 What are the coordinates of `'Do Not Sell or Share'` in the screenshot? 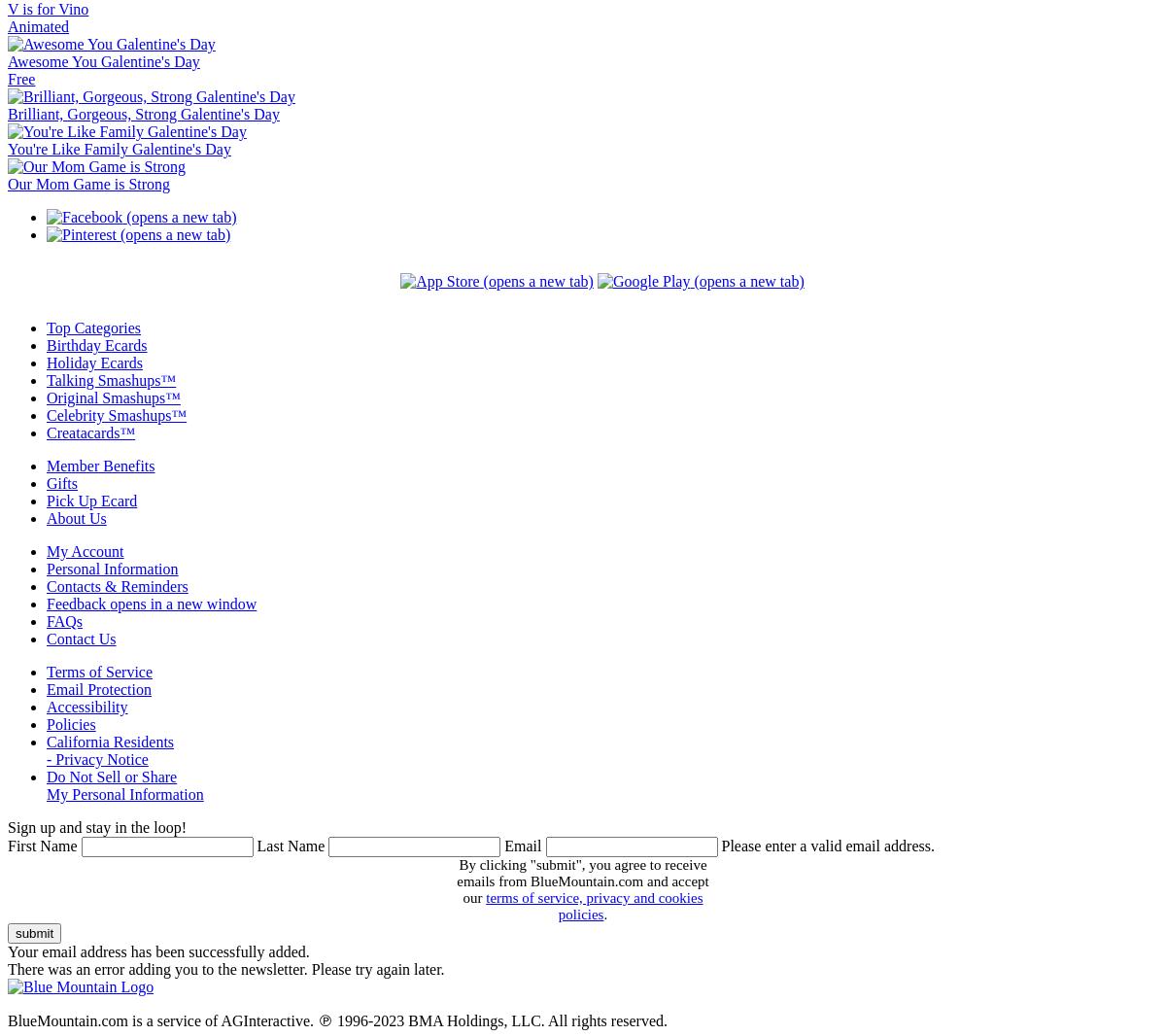 It's located at (111, 776).